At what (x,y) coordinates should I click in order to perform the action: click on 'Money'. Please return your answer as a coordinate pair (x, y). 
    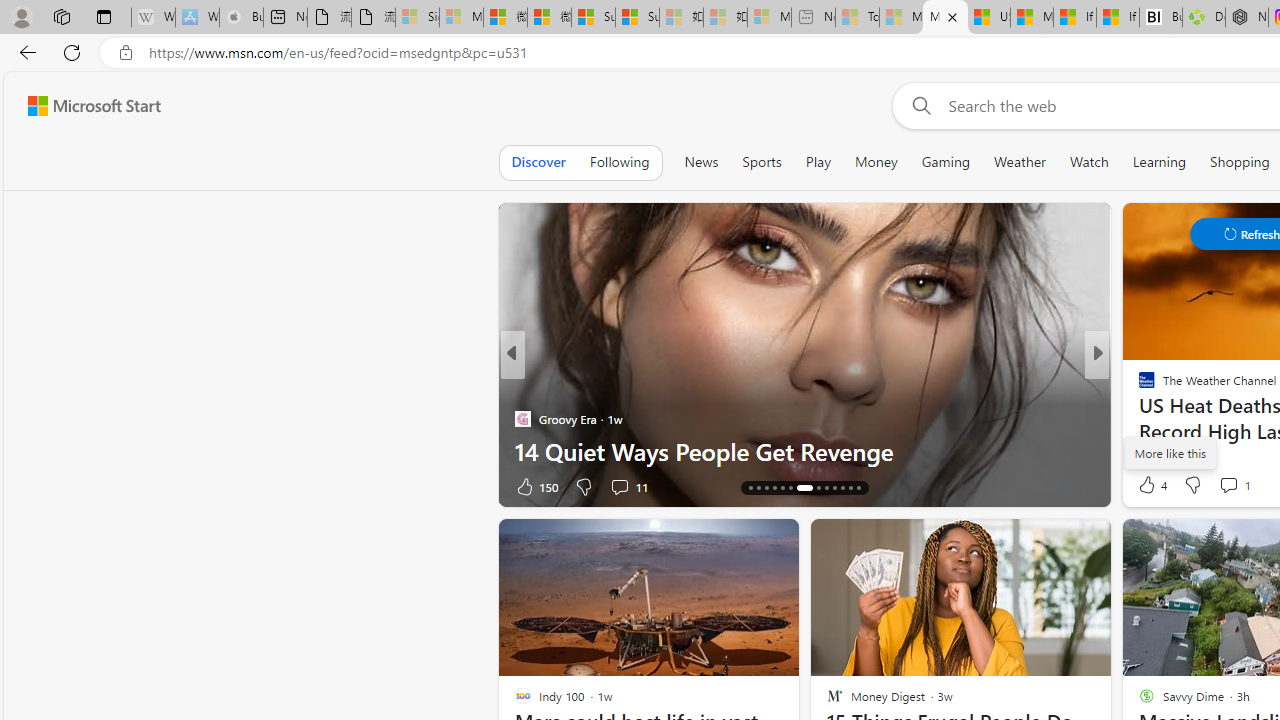
    Looking at the image, I should click on (876, 161).